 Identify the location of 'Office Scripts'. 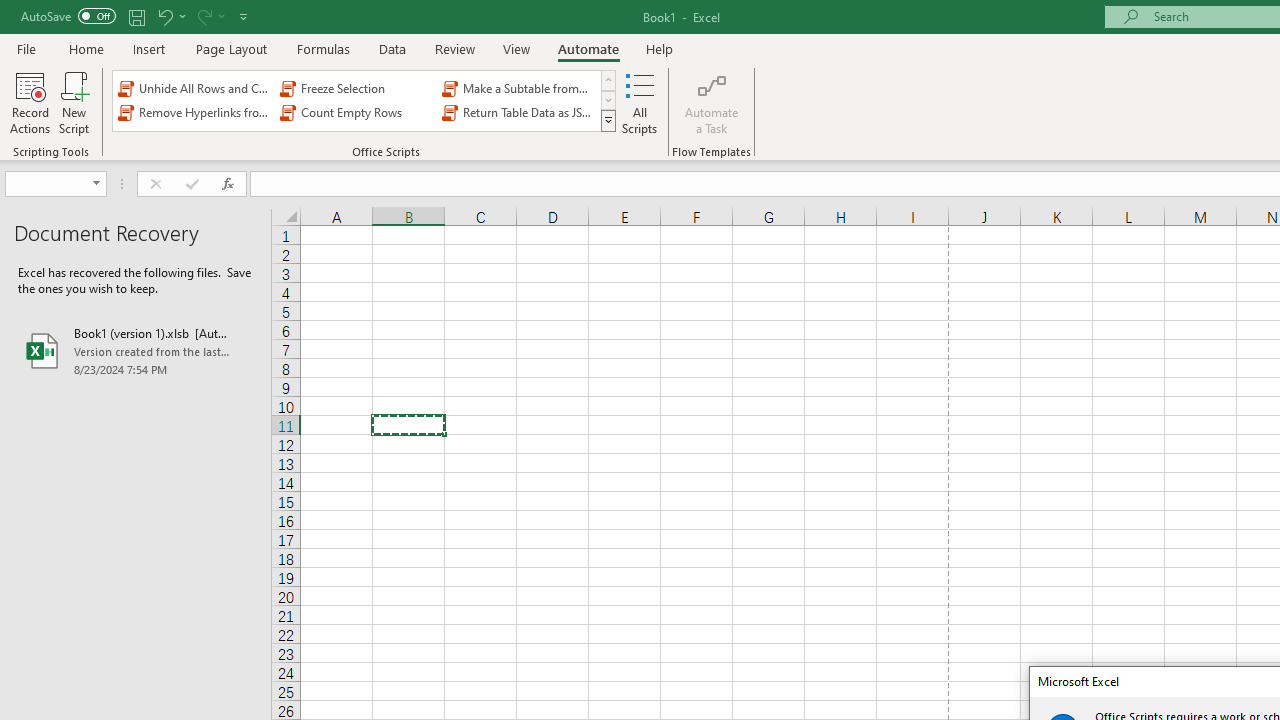
(607, 120).